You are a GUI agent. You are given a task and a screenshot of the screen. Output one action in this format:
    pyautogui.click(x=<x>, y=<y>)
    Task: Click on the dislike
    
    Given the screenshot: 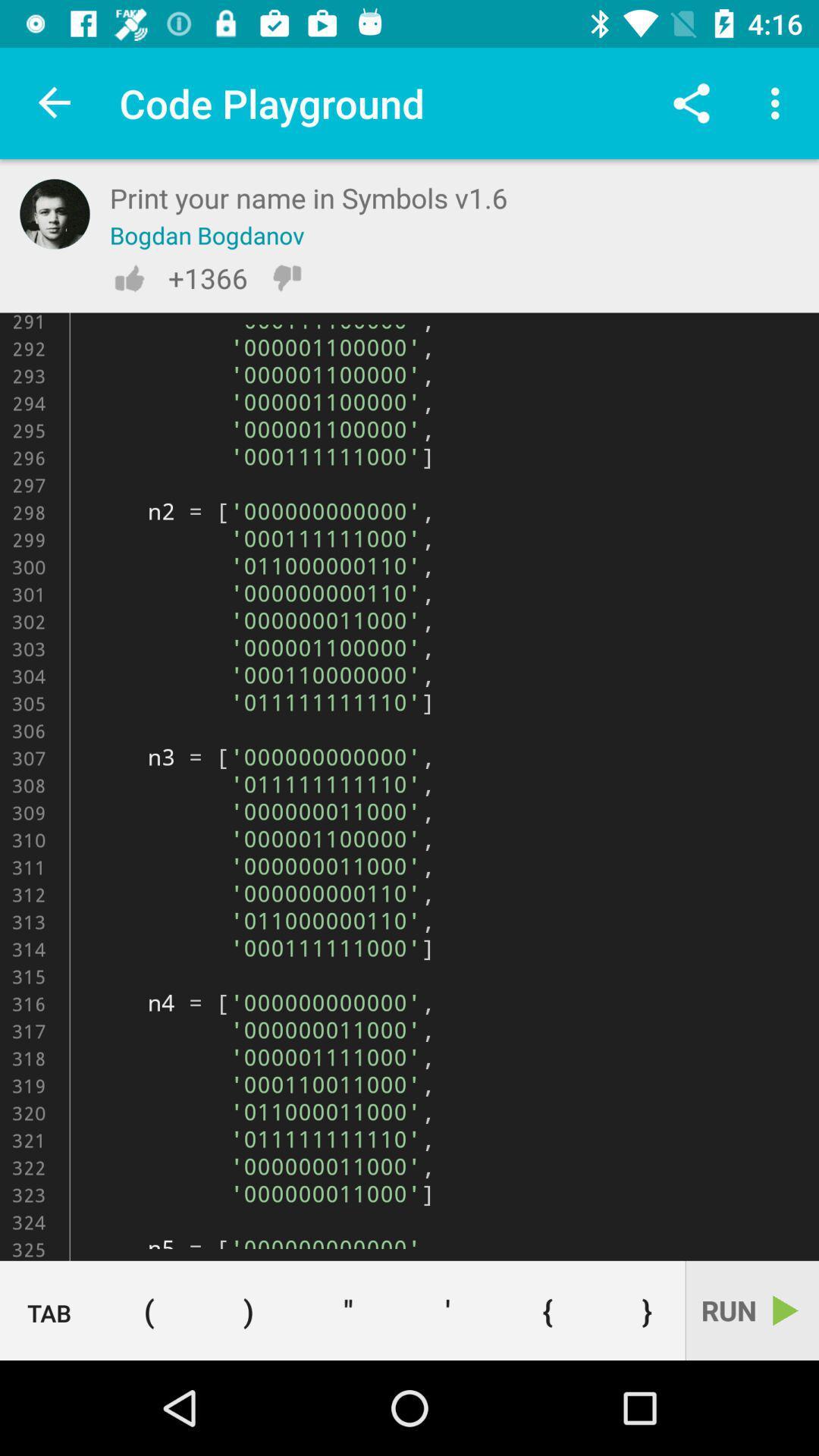 What is the action you would take?
    pyautogui.click(x=287, y=278)
    